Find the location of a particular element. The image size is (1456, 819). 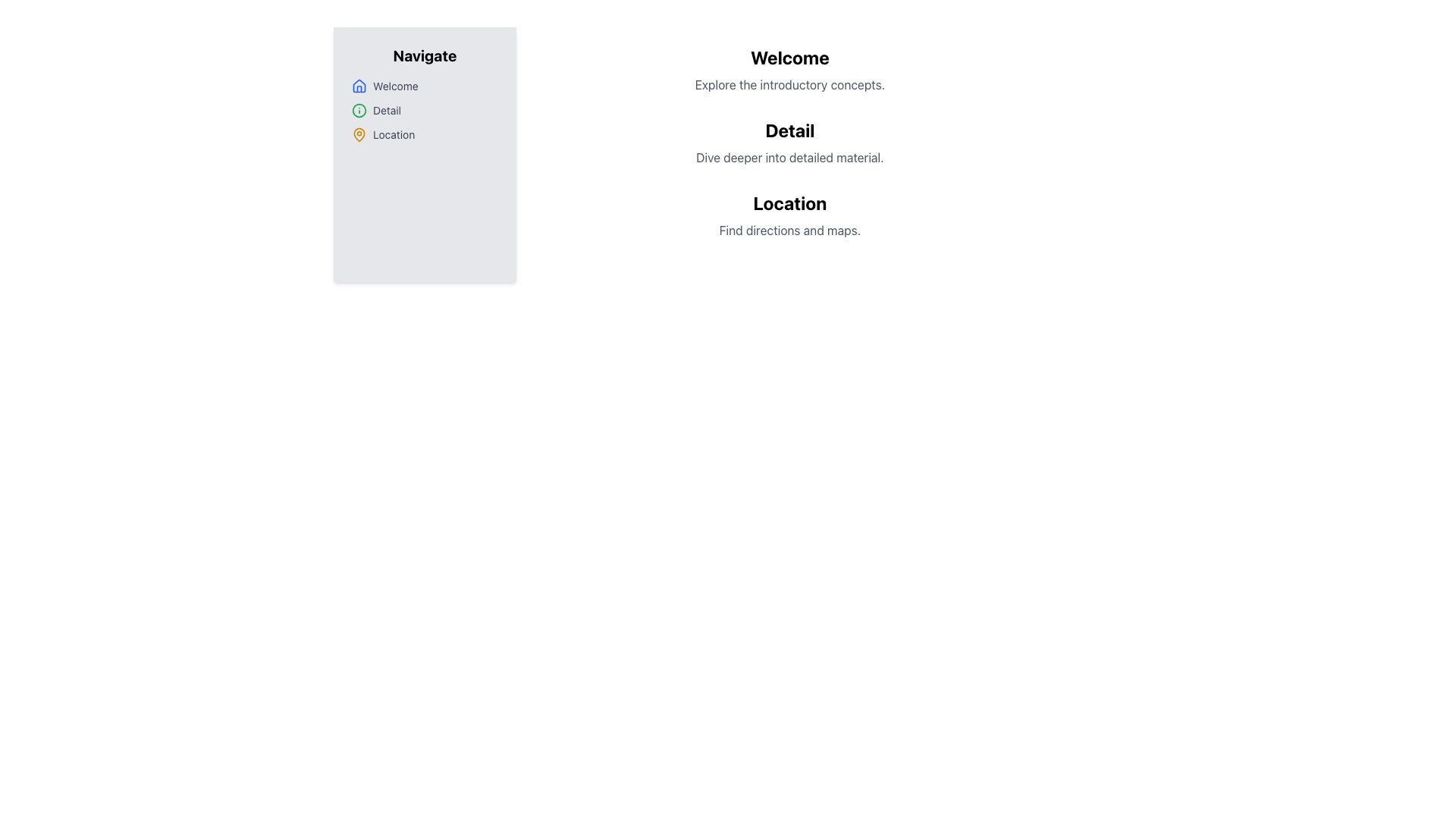

the navigational text label located in the sidebar, positioned between the 'Welcome' and 'Location' labels, to activate the underline effect is located at coordinates (387, 110).